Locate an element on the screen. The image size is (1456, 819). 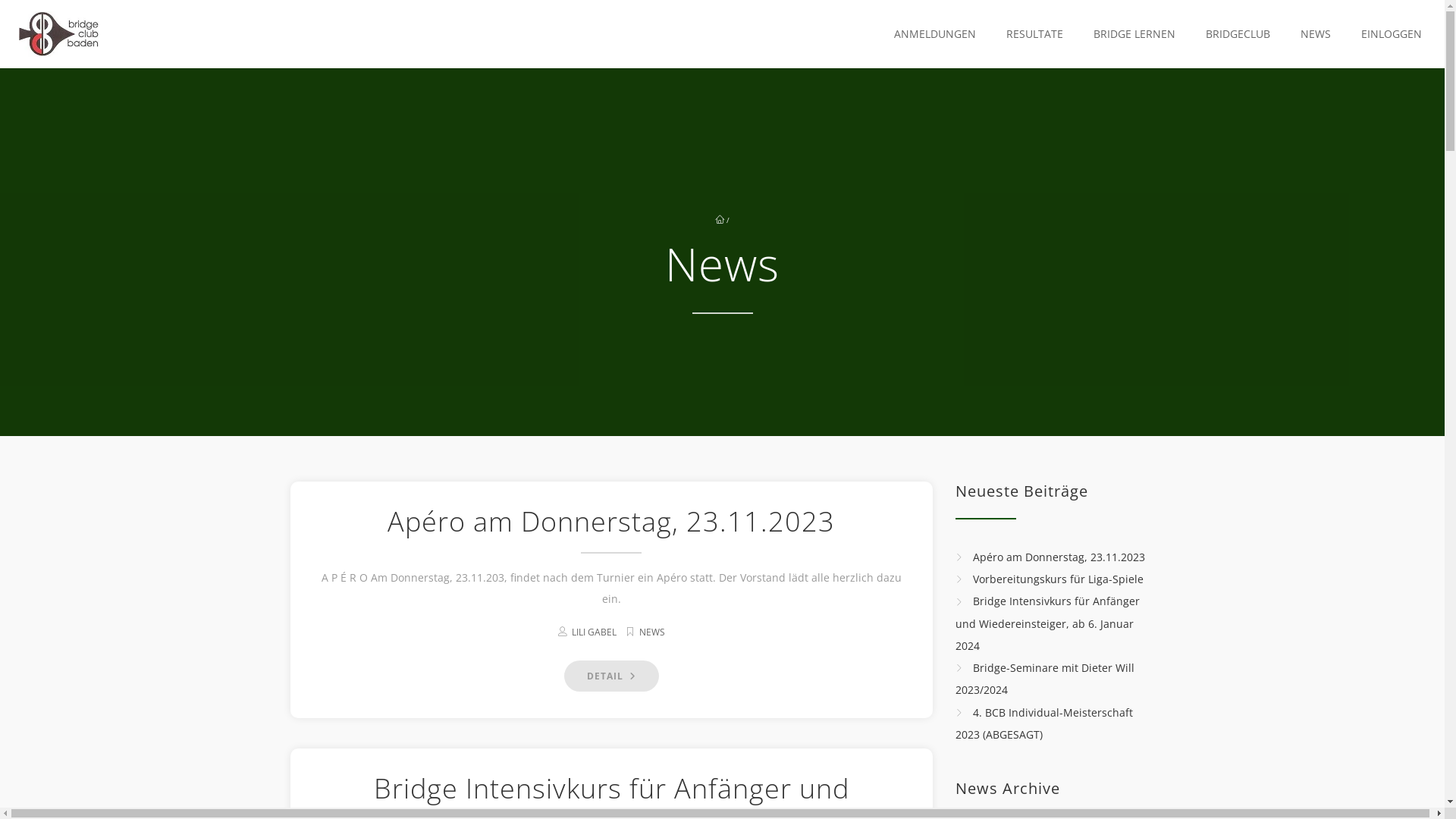
'BRIDGECLUB' is located at coordinates (1185, 34).